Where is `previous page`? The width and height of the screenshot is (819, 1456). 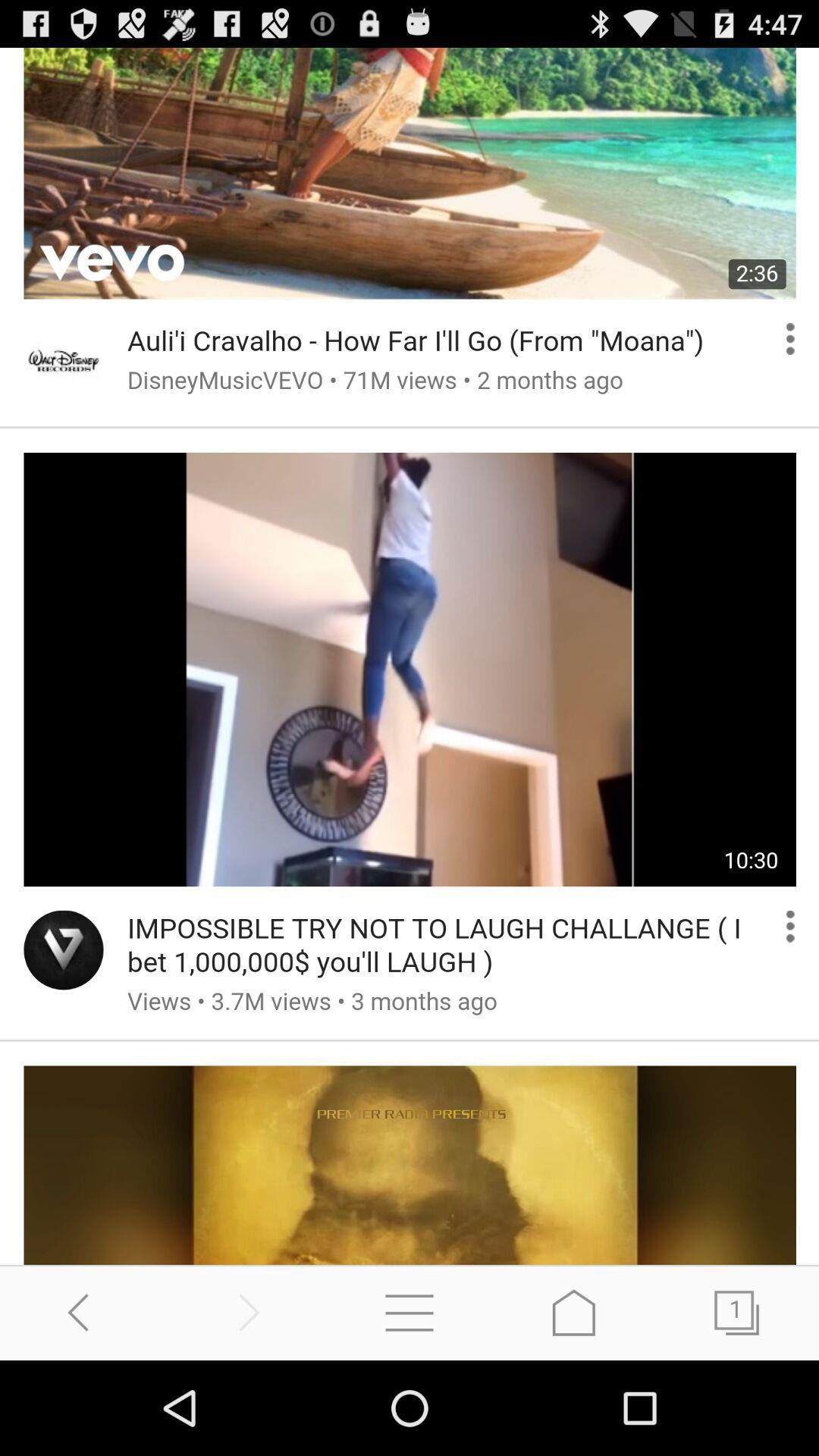 previous page is located at coordinates (82, 1312).